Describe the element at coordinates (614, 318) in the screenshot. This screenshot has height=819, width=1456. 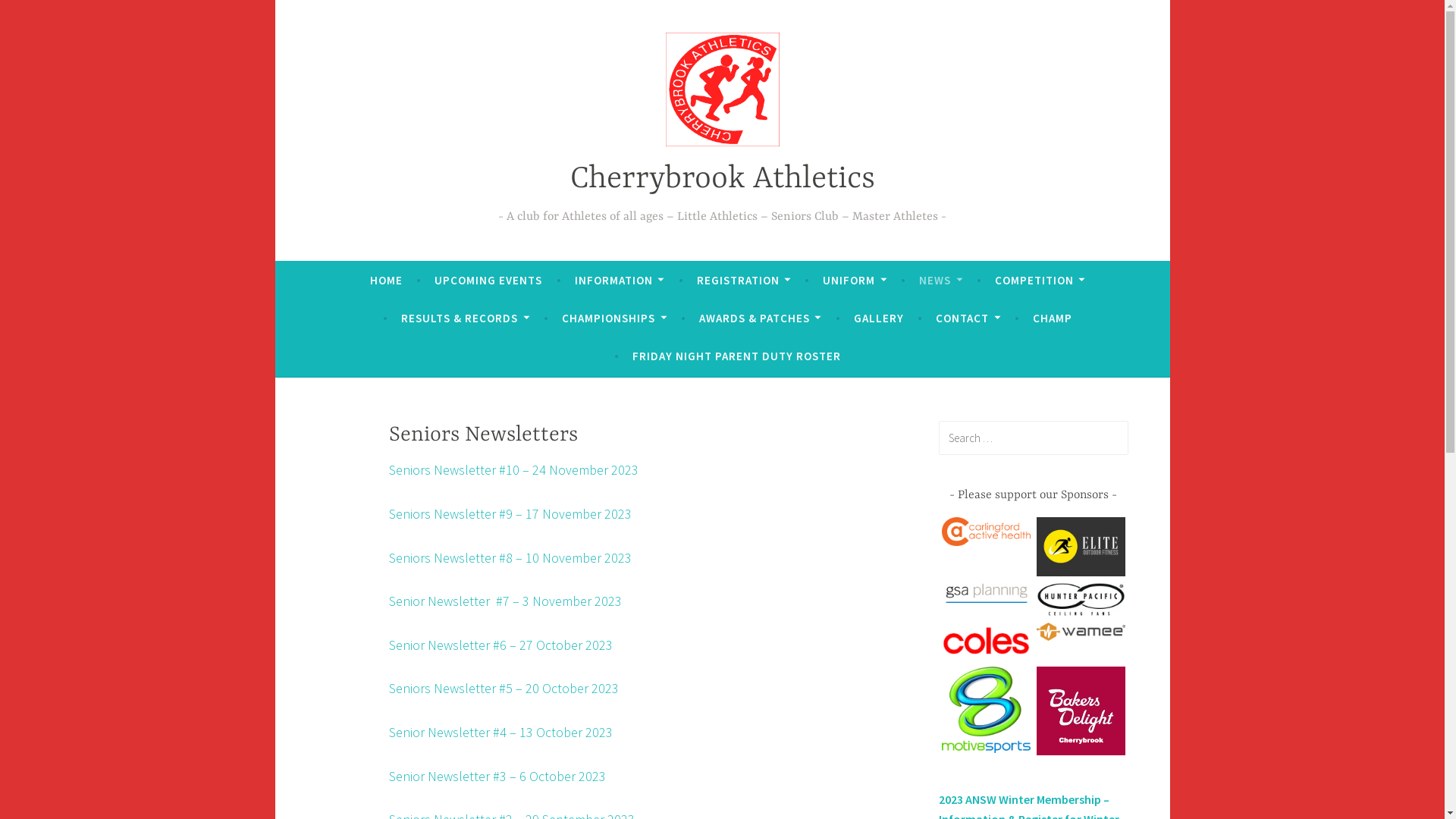
I see `'CHAMPIONSHIPS'` at that location.